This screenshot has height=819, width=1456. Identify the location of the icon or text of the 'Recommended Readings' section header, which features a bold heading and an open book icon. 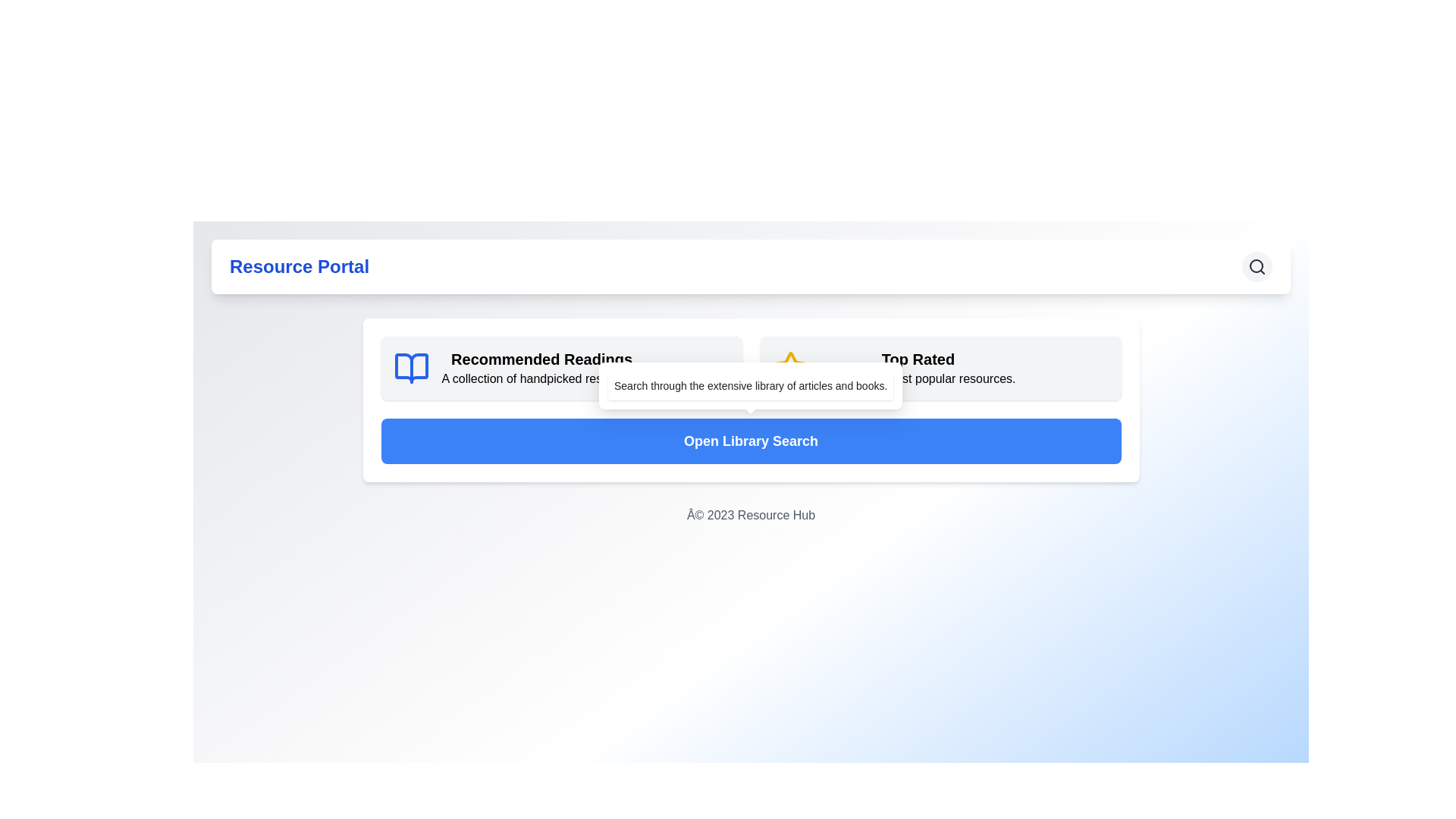
(560, 369).